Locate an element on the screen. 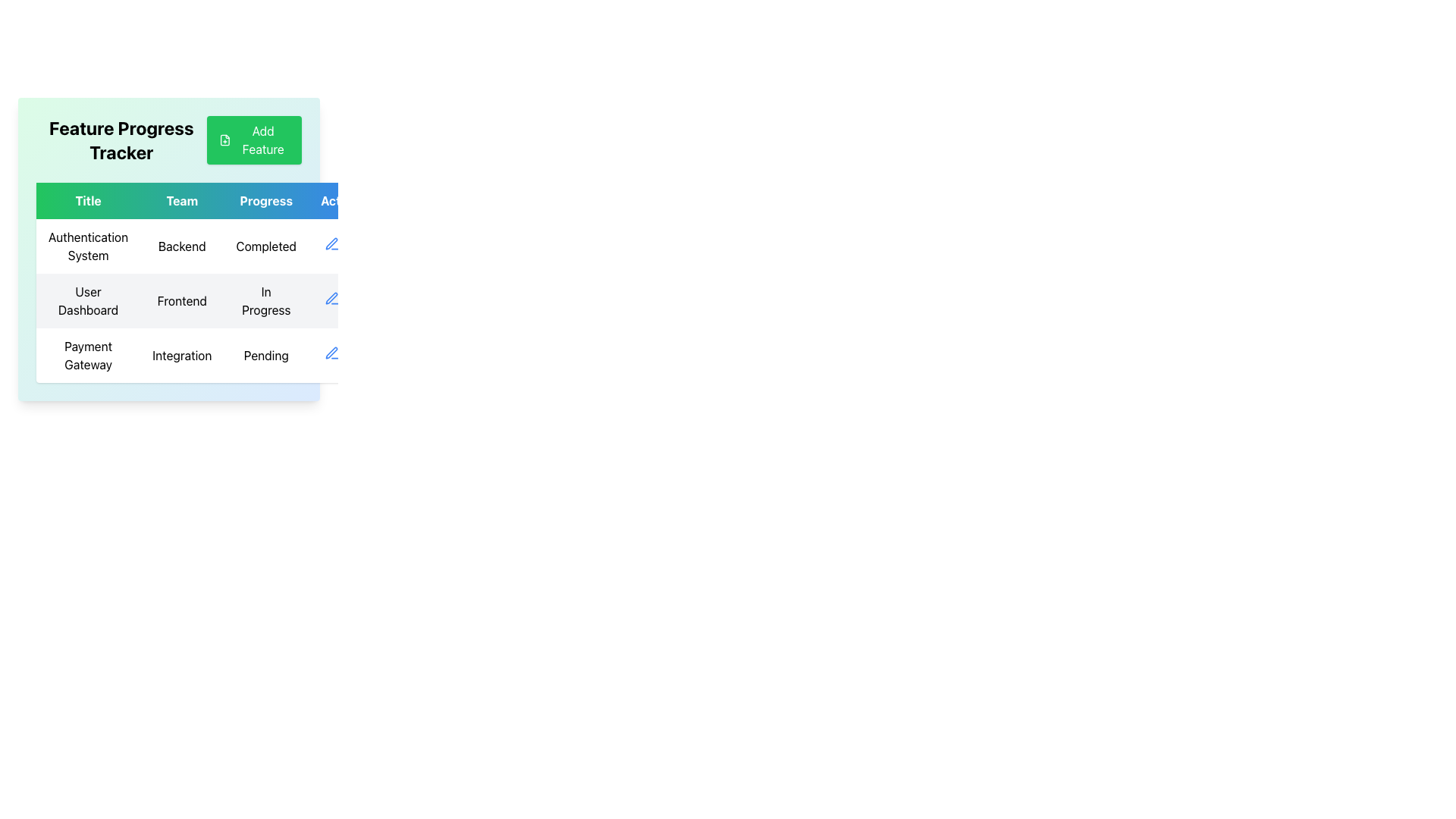  the text label displaying 'Frontend' located in the second row of the table under the 'Team' column, which has a light gray background is located at coordinates (182, 301).